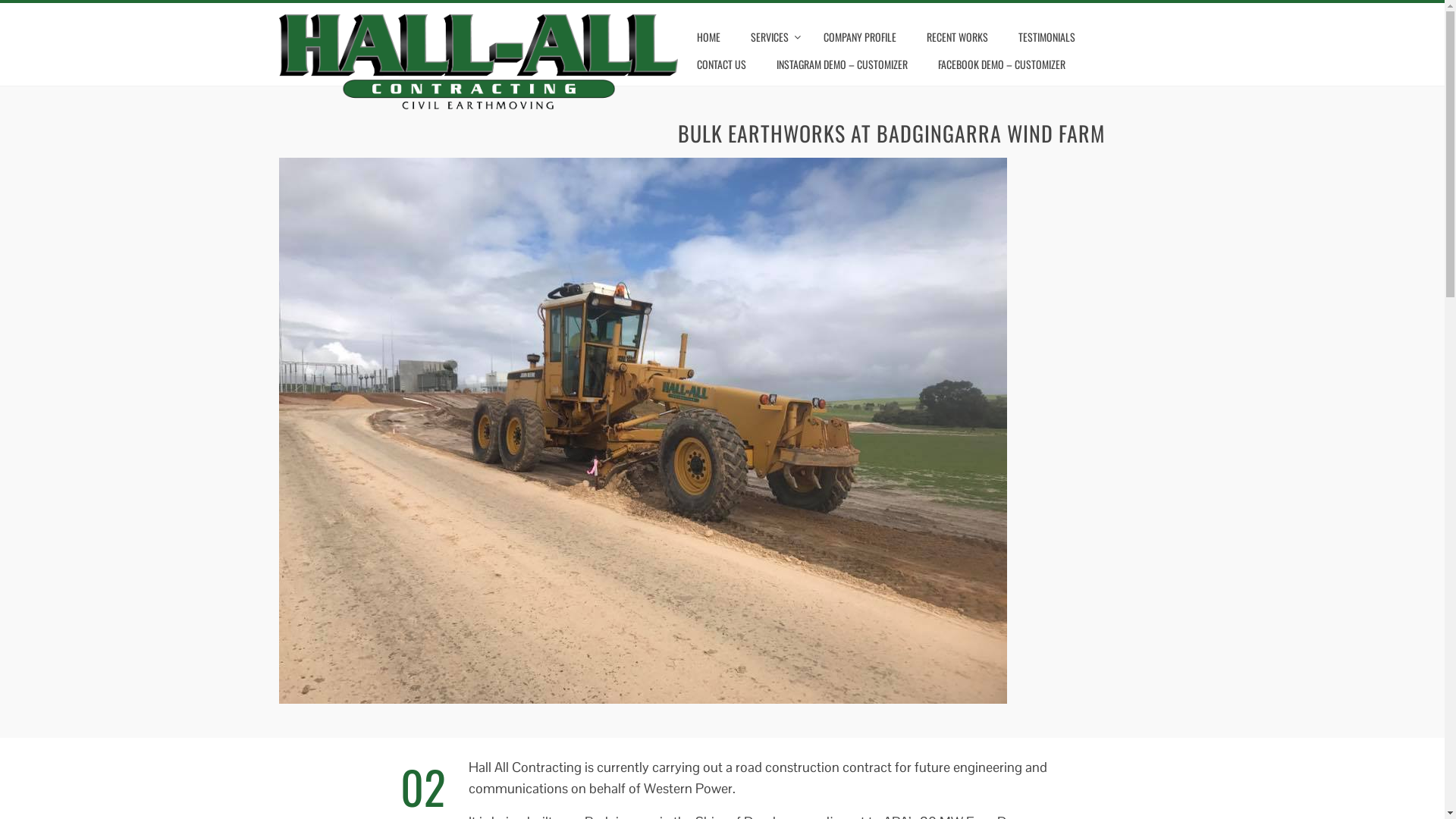 Image resolution: width=1456 pixels, height=819 pixels. What do you see at coordinates (720, 63) in the screenshot?
I see `'CONTACT US'` at bounding box center [720, 63].